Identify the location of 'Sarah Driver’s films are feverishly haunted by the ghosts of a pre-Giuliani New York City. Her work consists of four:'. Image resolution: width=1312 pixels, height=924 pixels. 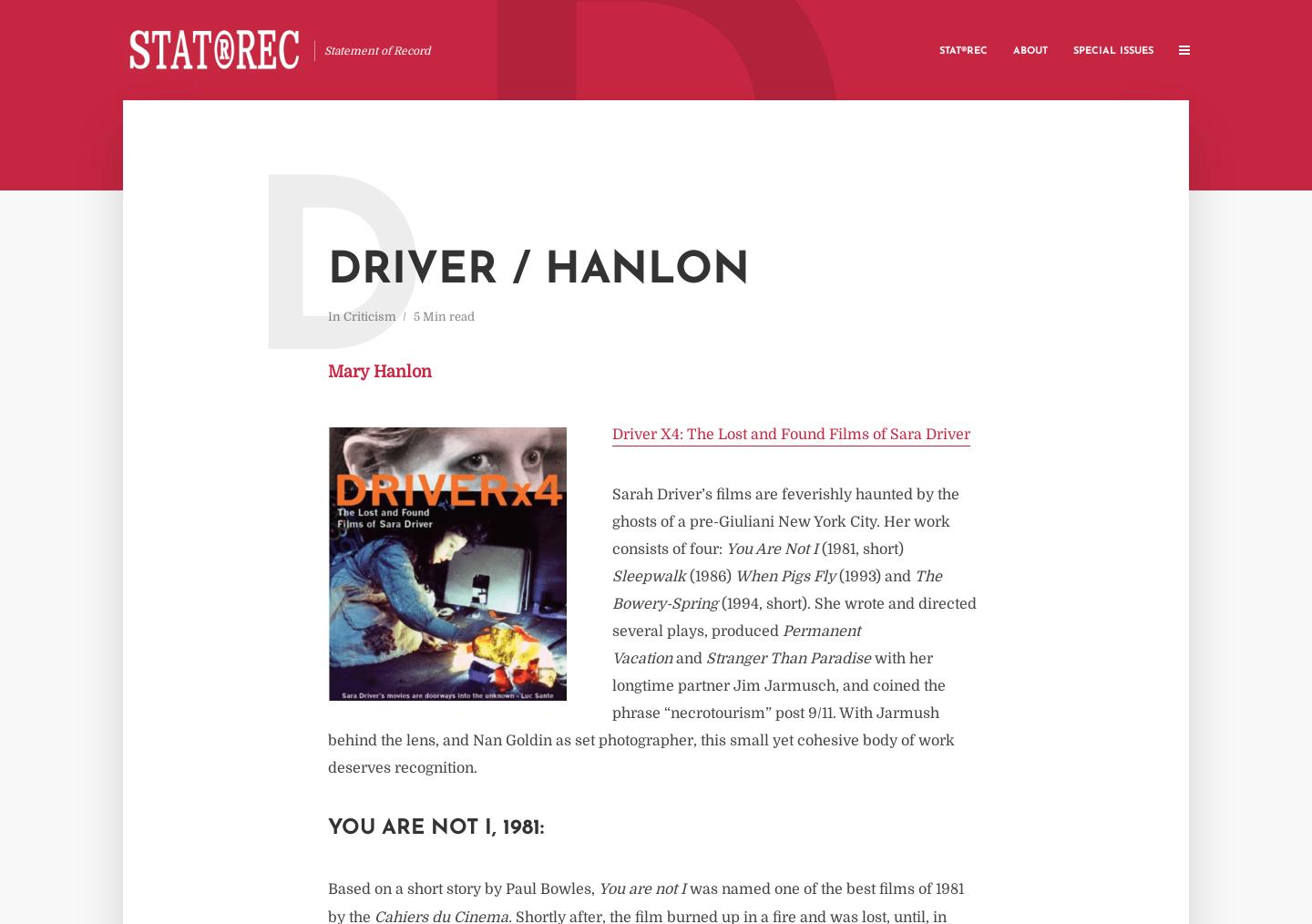
(784, 519).